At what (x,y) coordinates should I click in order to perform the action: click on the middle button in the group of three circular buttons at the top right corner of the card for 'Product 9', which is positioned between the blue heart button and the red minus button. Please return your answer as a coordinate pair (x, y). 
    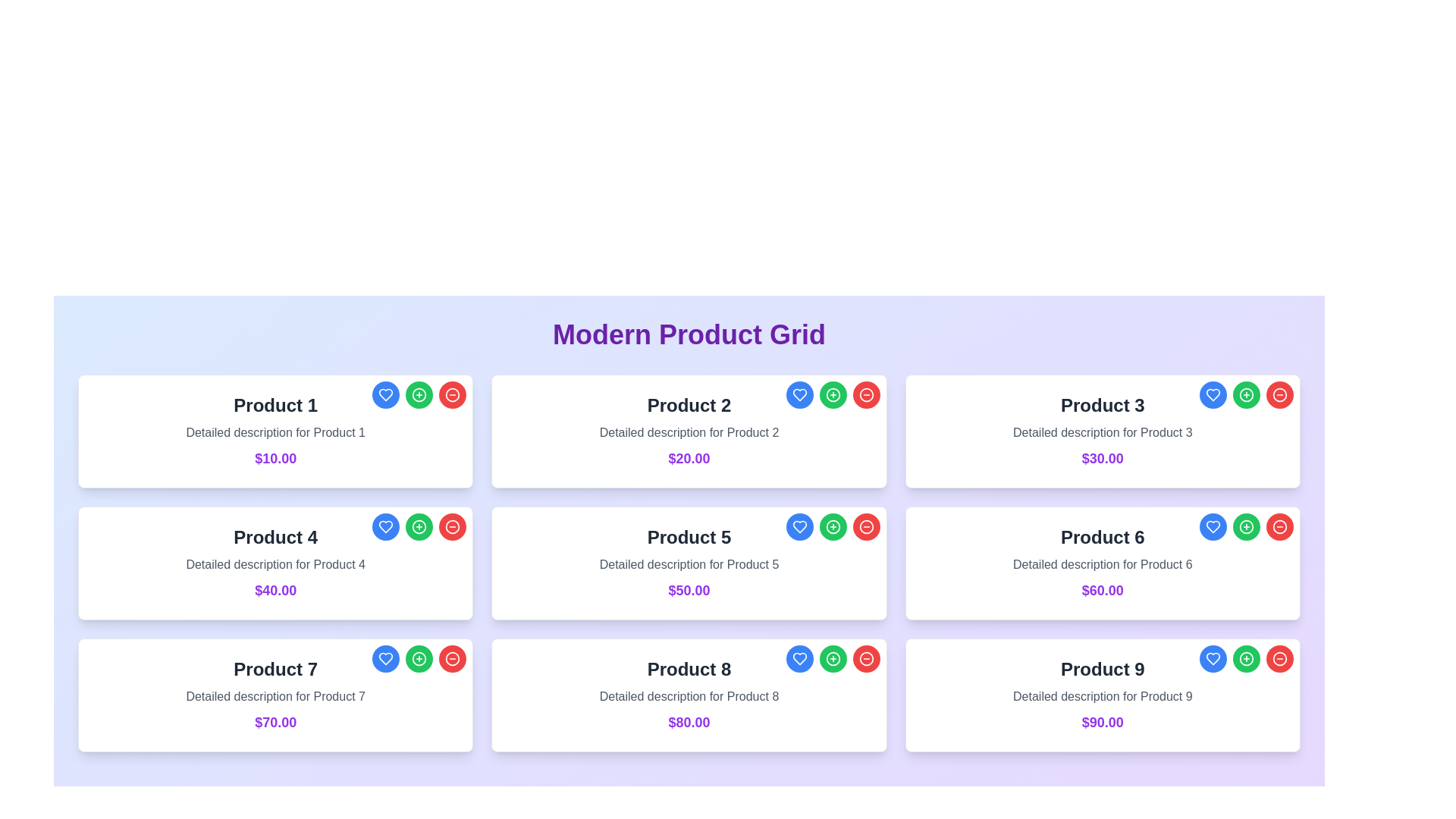
    Looking at the image, I should click on (1246, 657).